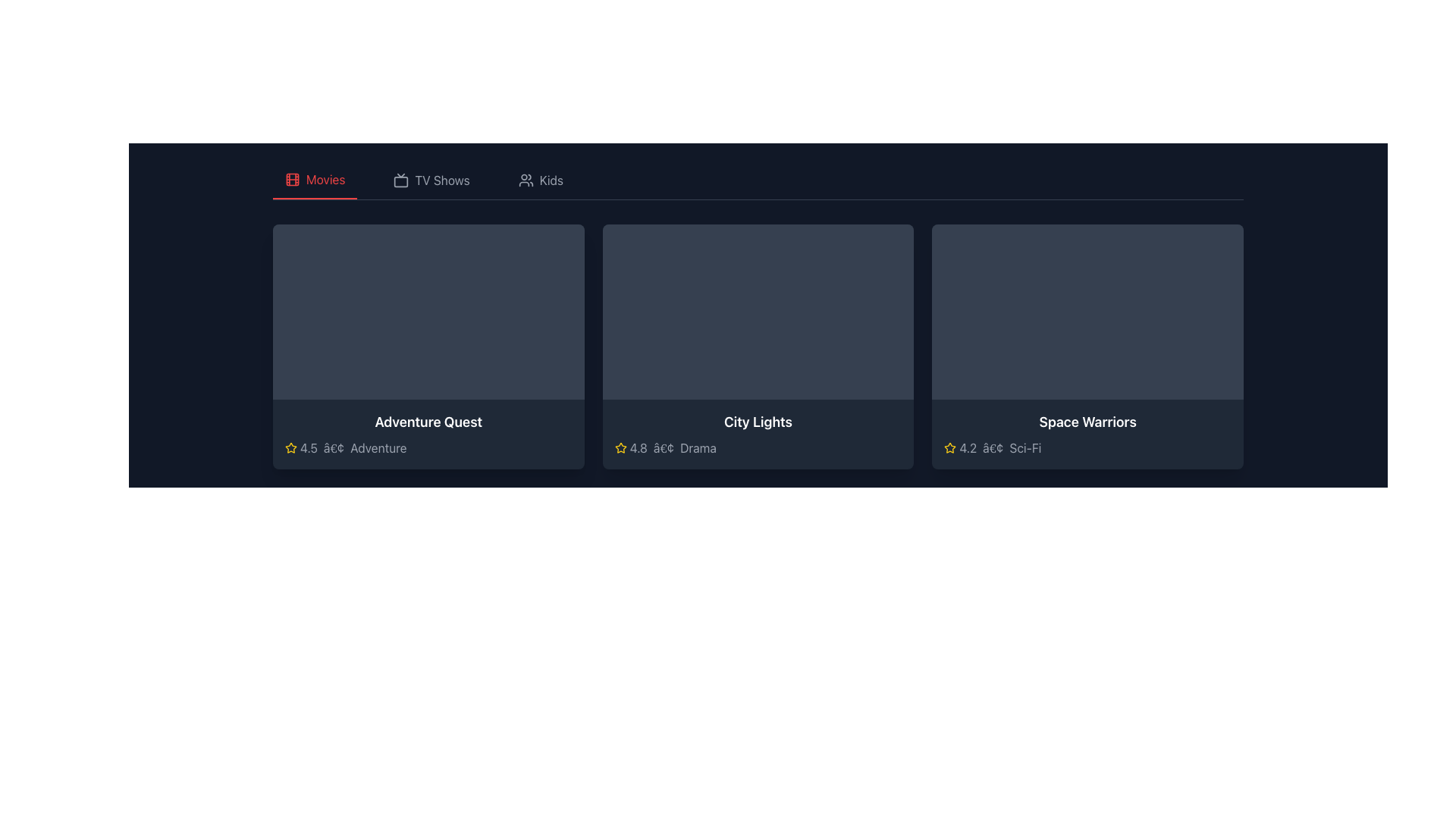 The image size is (1456, 819). What do you see at coordinates (292, 178) in the screenshot?
I see `the media icon visually located` at bounding box center [292, 178].